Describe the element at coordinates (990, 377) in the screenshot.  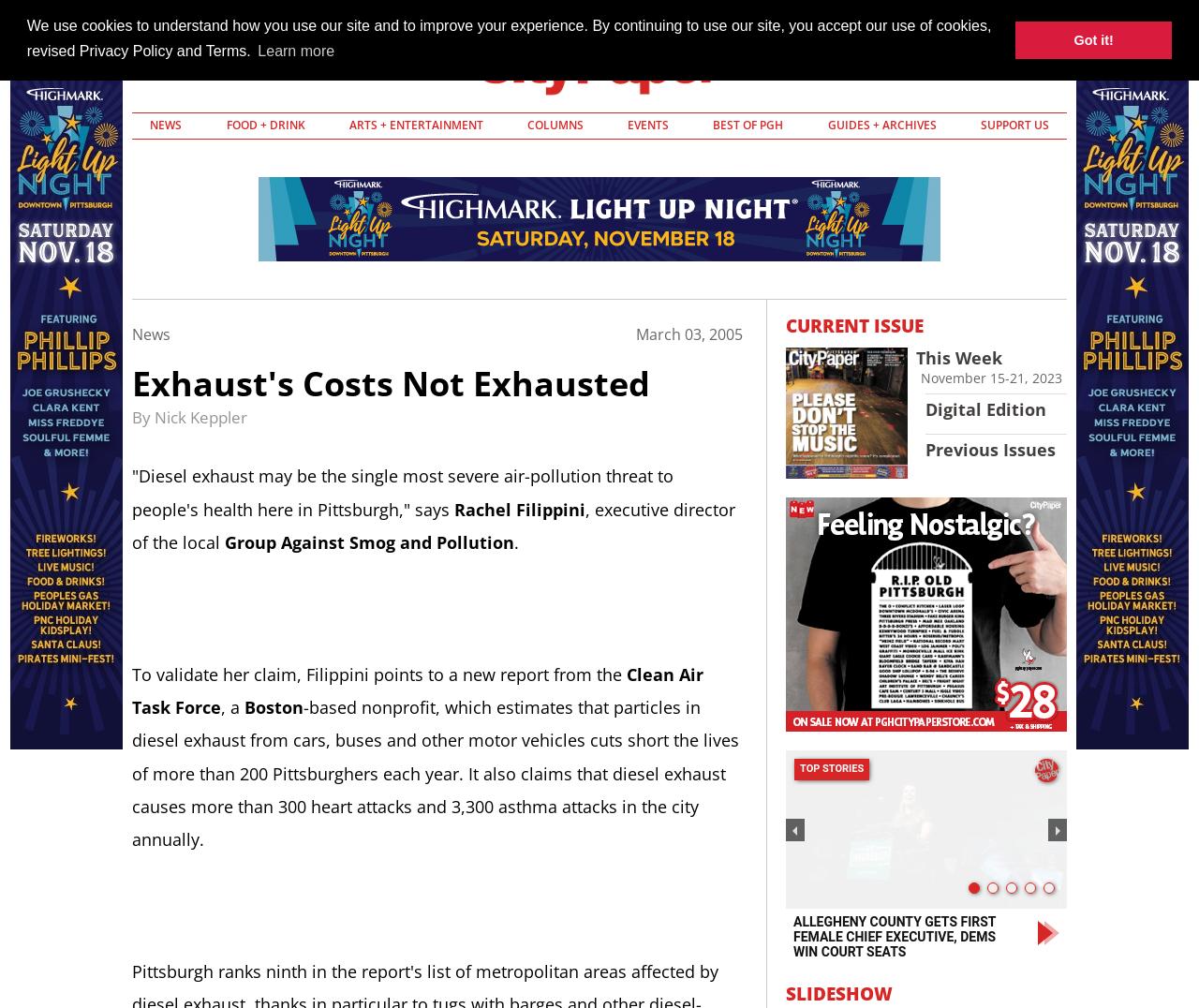
I see `'November 15-21, 2023'` at that location.